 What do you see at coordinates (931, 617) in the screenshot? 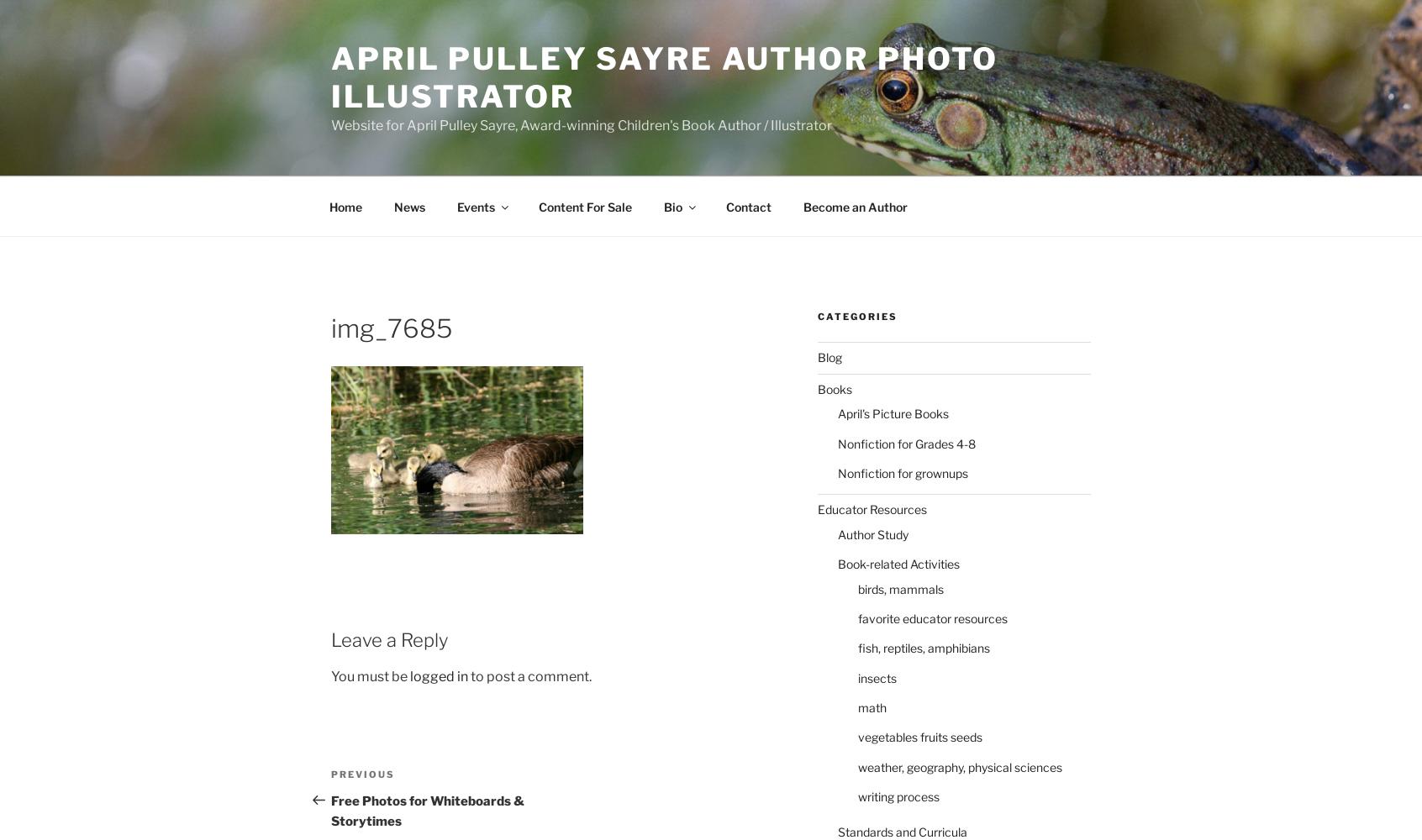
I see `'favorite educator resources'` at bounding box center [931, 617].